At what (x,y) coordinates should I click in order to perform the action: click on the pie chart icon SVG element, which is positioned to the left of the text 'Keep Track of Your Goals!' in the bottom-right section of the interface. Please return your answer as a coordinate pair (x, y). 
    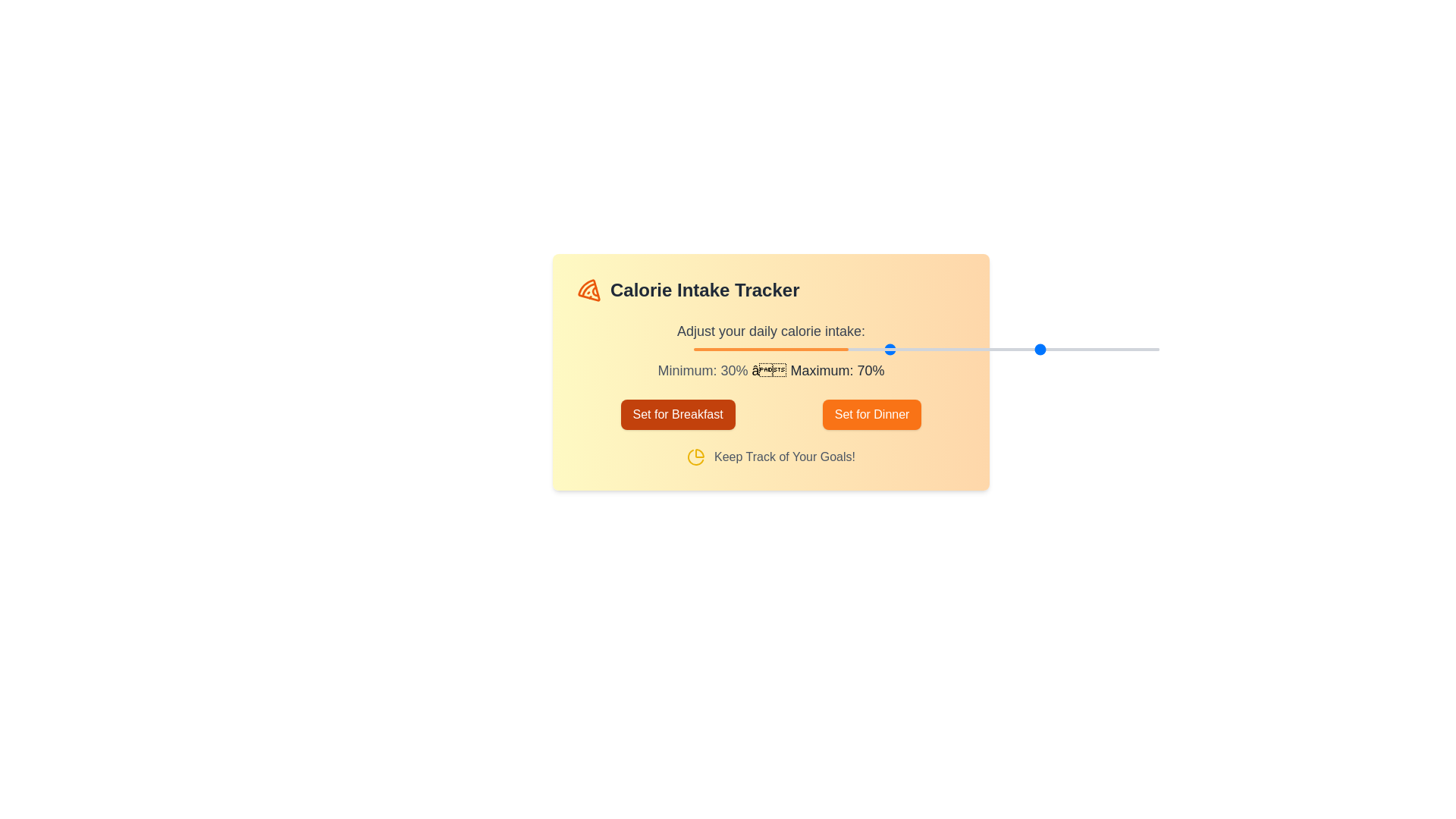
    Looking at the image, I should click on (695, 456).